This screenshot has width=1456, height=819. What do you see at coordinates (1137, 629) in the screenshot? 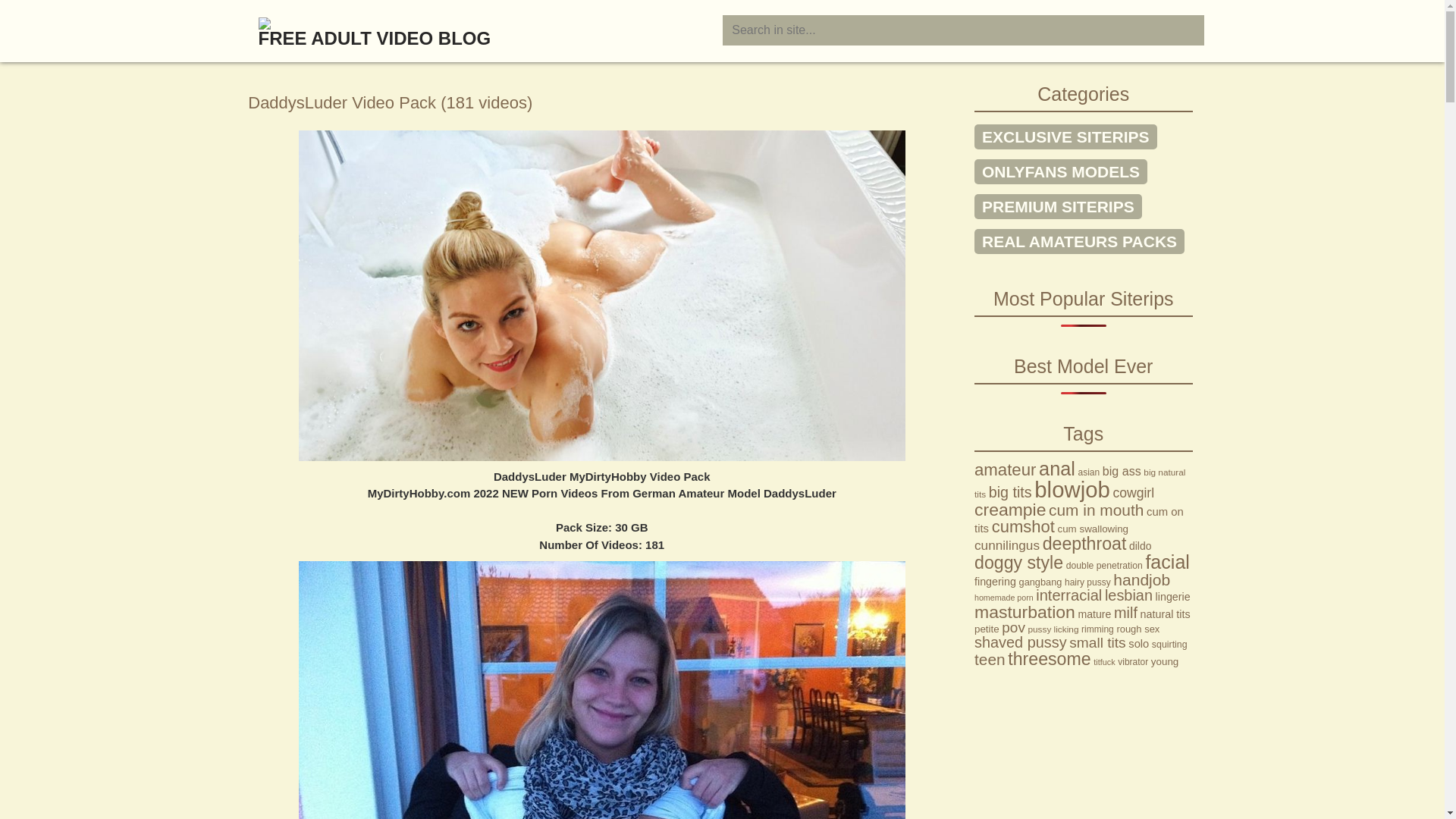
I see `'rough sex'` at bounding box center [1137, 629].